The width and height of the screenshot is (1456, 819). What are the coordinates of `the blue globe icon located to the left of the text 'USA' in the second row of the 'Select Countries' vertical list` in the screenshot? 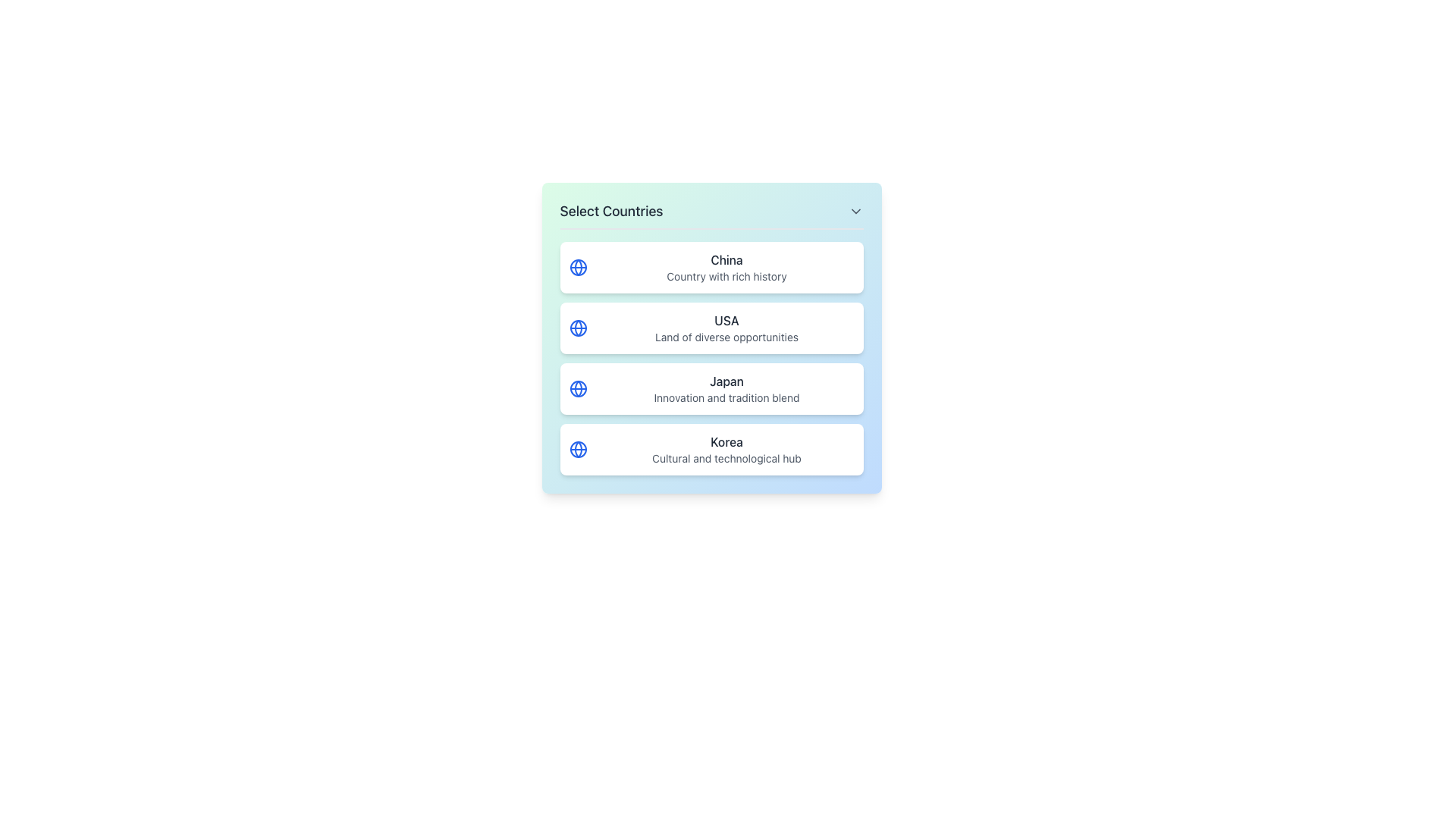 It's located at (577, 327).